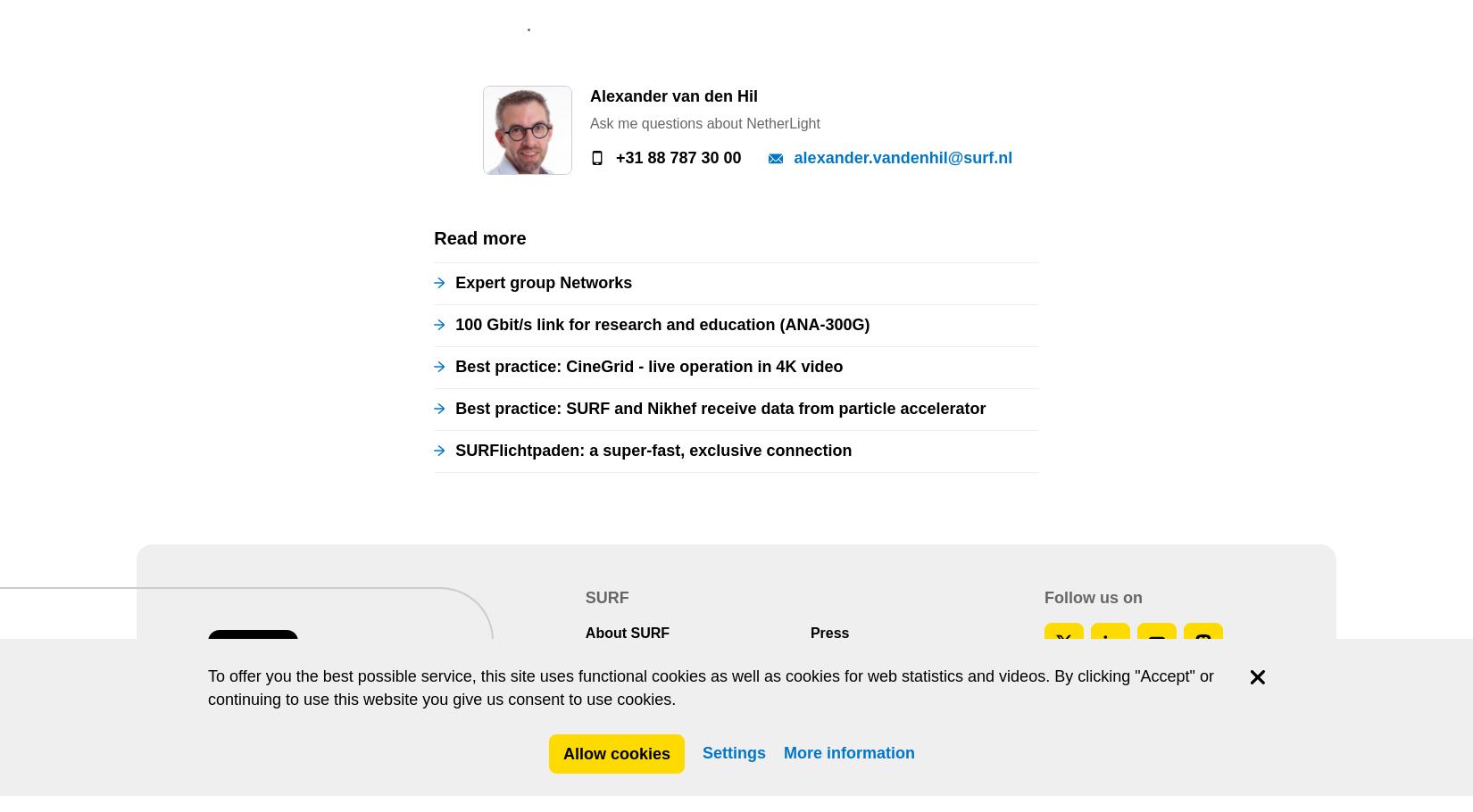  I want to click on 'Privacy', so click(710, 153).